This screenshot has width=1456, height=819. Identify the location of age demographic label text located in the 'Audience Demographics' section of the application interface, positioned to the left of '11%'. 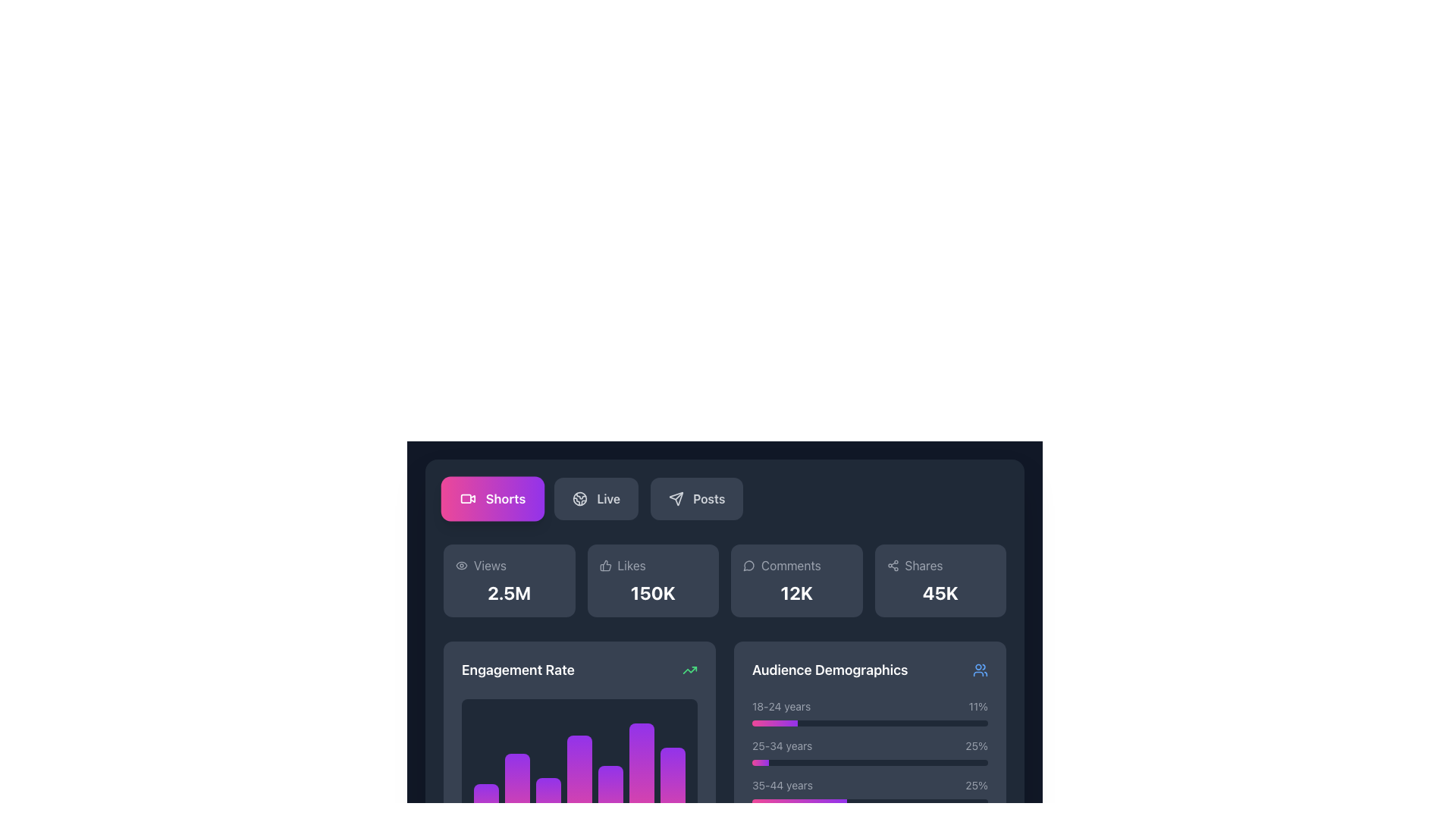
(781, 707).